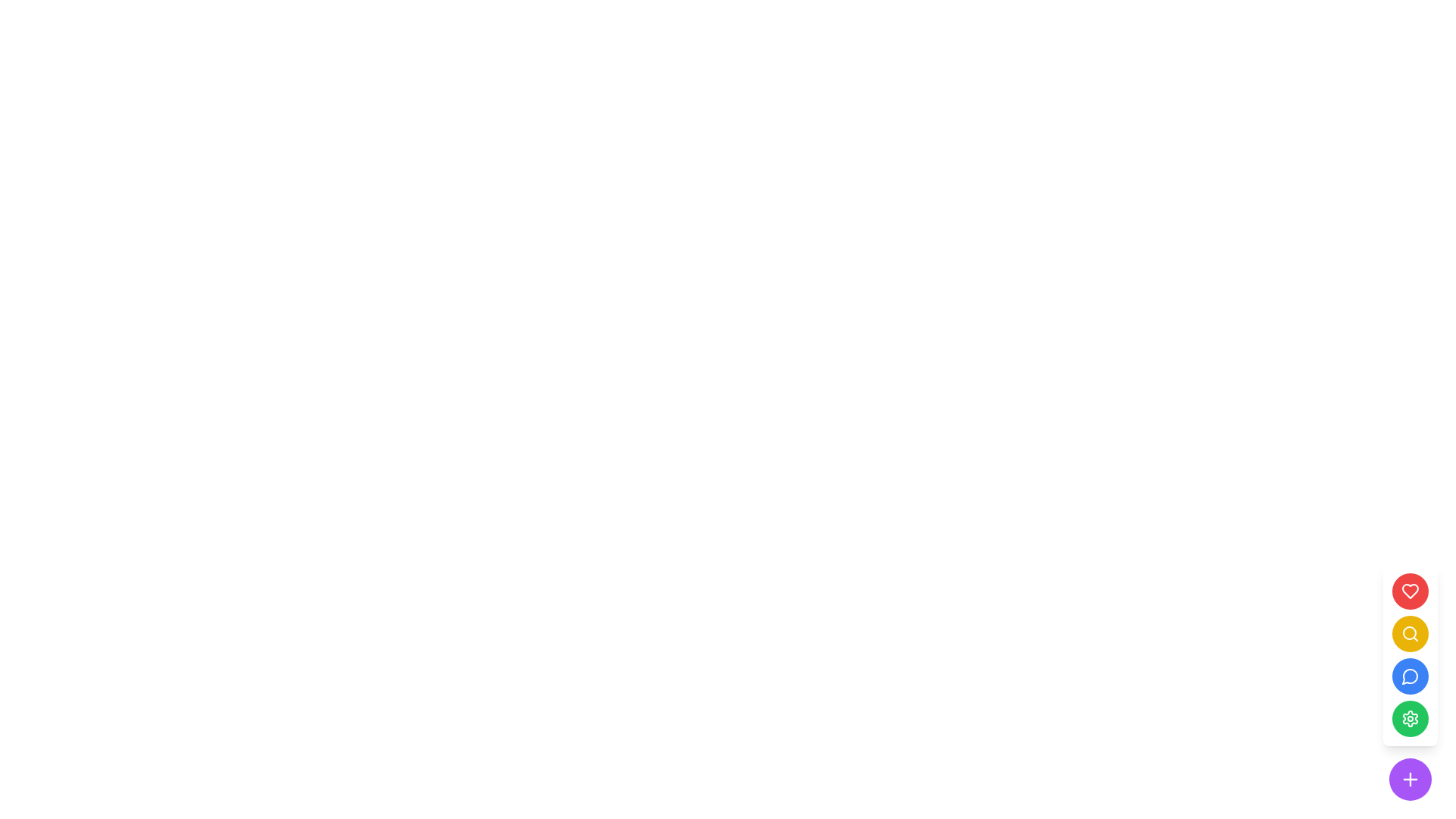  I want to click on the third button in a vertical stack located in the bottom-right corner of the interface, so click(1410, 675).